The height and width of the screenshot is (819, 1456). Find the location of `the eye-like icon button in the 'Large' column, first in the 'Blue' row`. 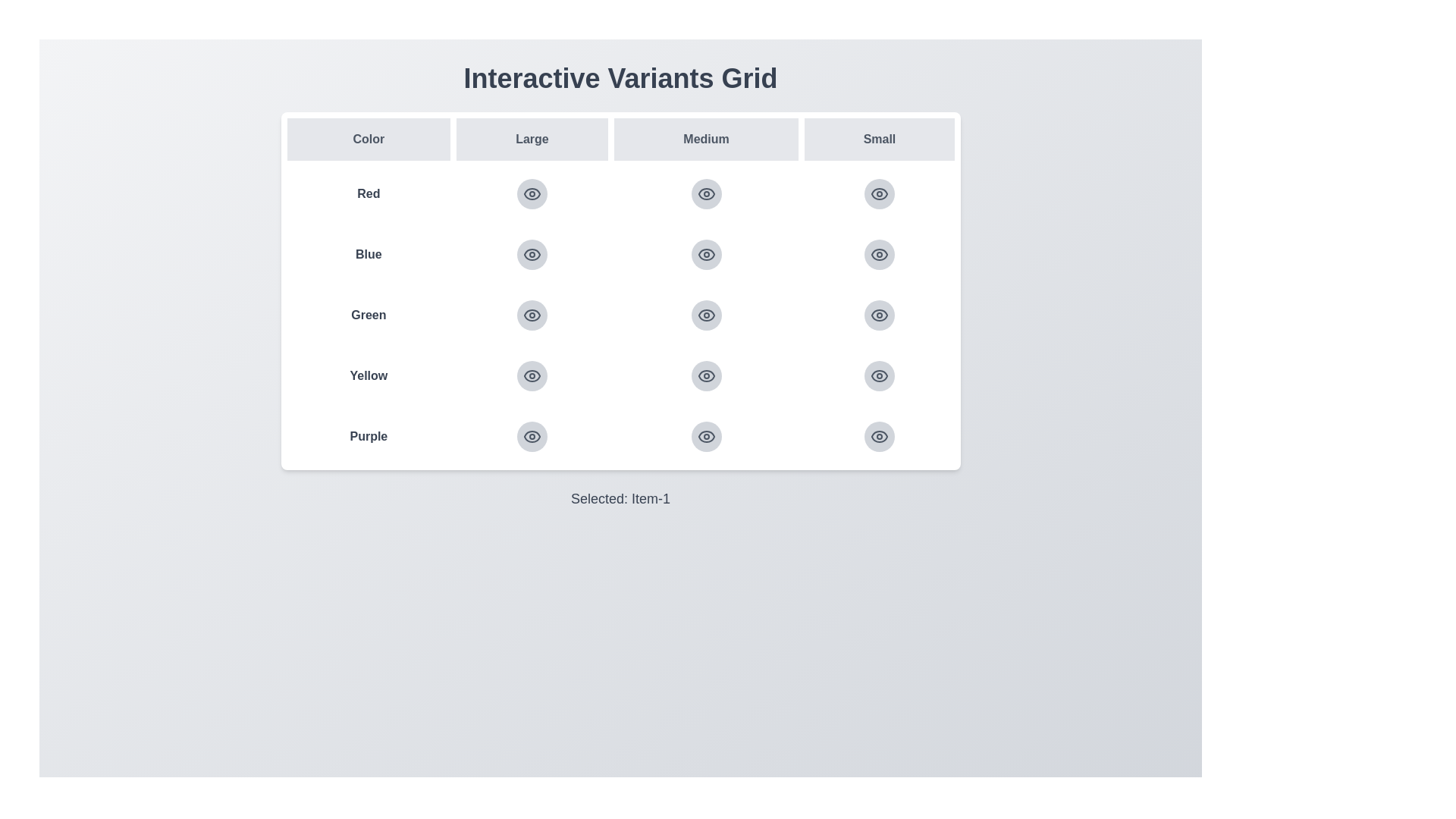

the eye-like icon button in the 'Large' column, first in the 'Blue' row is located at coordinates (532, 253).